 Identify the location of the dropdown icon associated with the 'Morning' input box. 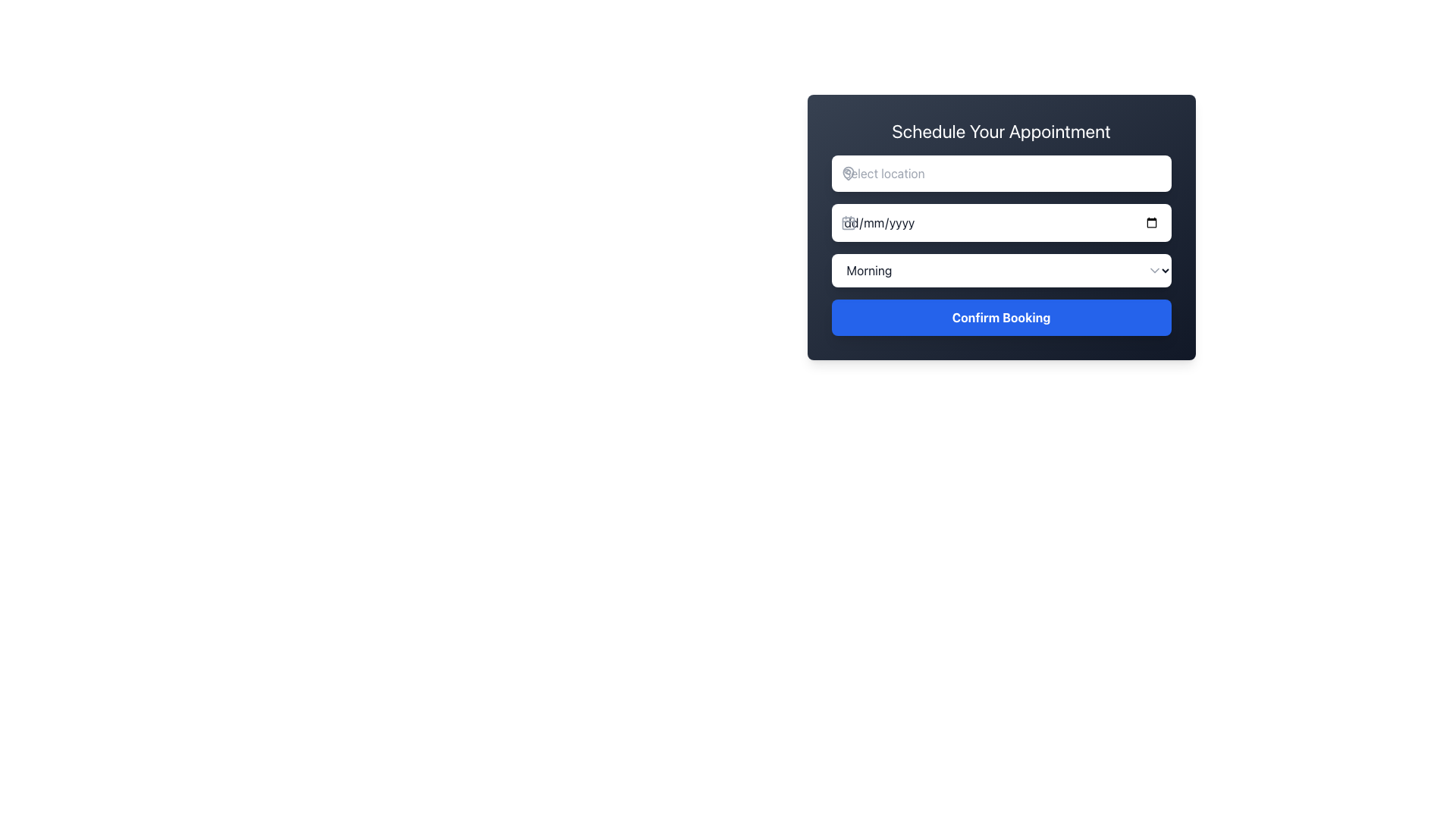
(1153, 270).